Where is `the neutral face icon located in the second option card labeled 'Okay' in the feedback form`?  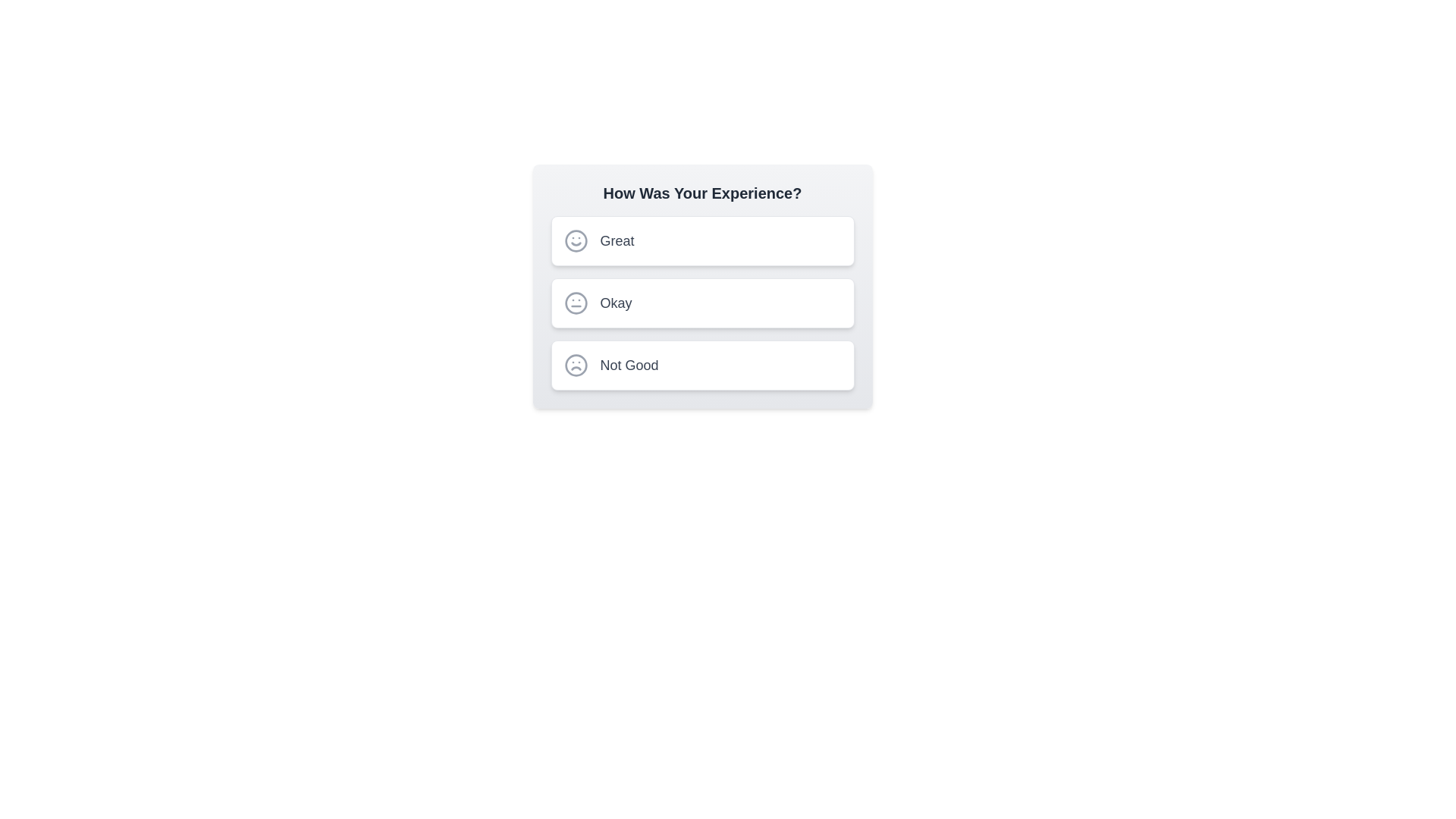
the neutral face icon located in the second option card labeled 'Okay' in the feedback form is located at coordinates (575, 303).